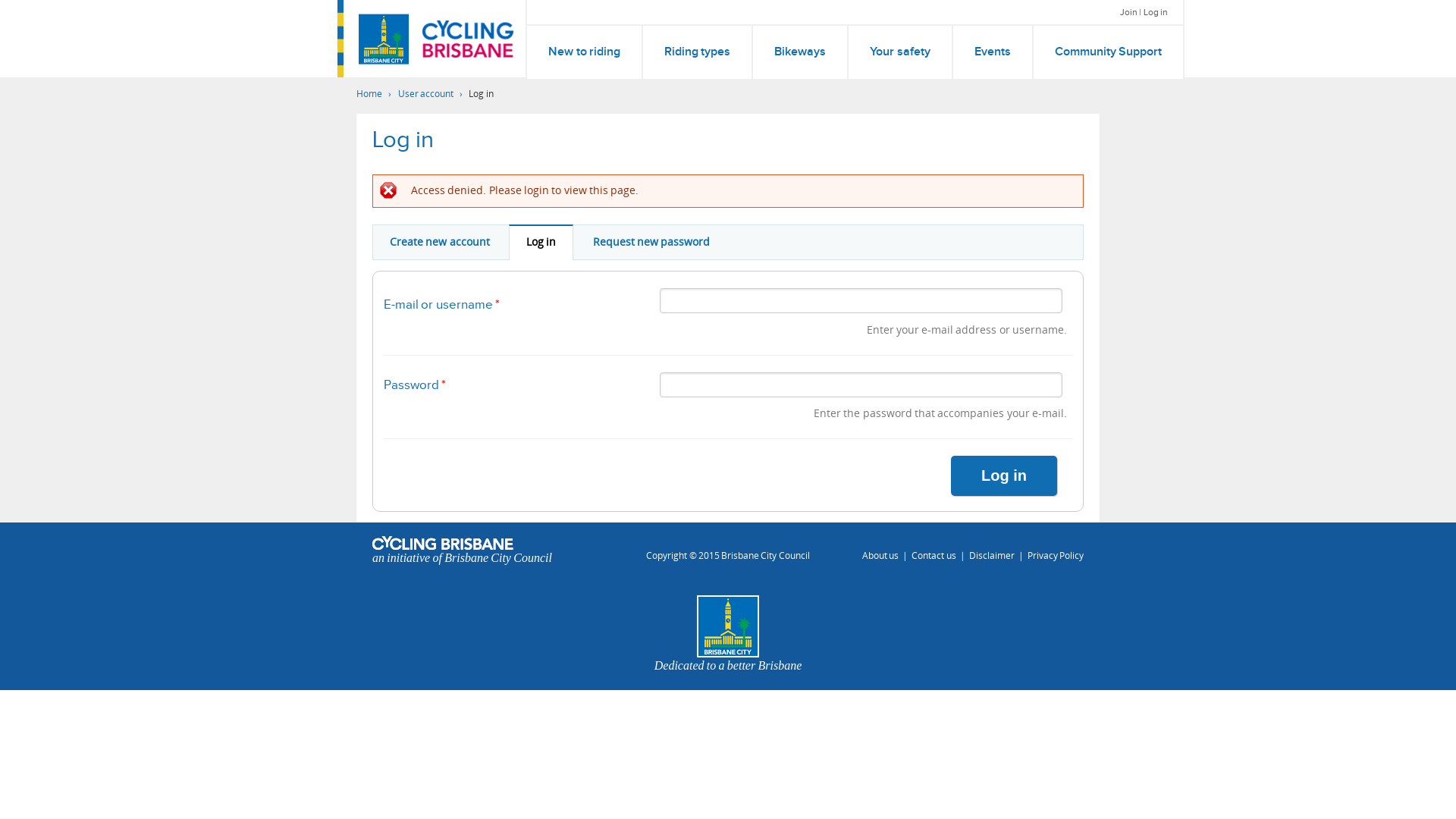 The image size is (1456, 819). I want to click on 'Bikeways', so click(799, 52).